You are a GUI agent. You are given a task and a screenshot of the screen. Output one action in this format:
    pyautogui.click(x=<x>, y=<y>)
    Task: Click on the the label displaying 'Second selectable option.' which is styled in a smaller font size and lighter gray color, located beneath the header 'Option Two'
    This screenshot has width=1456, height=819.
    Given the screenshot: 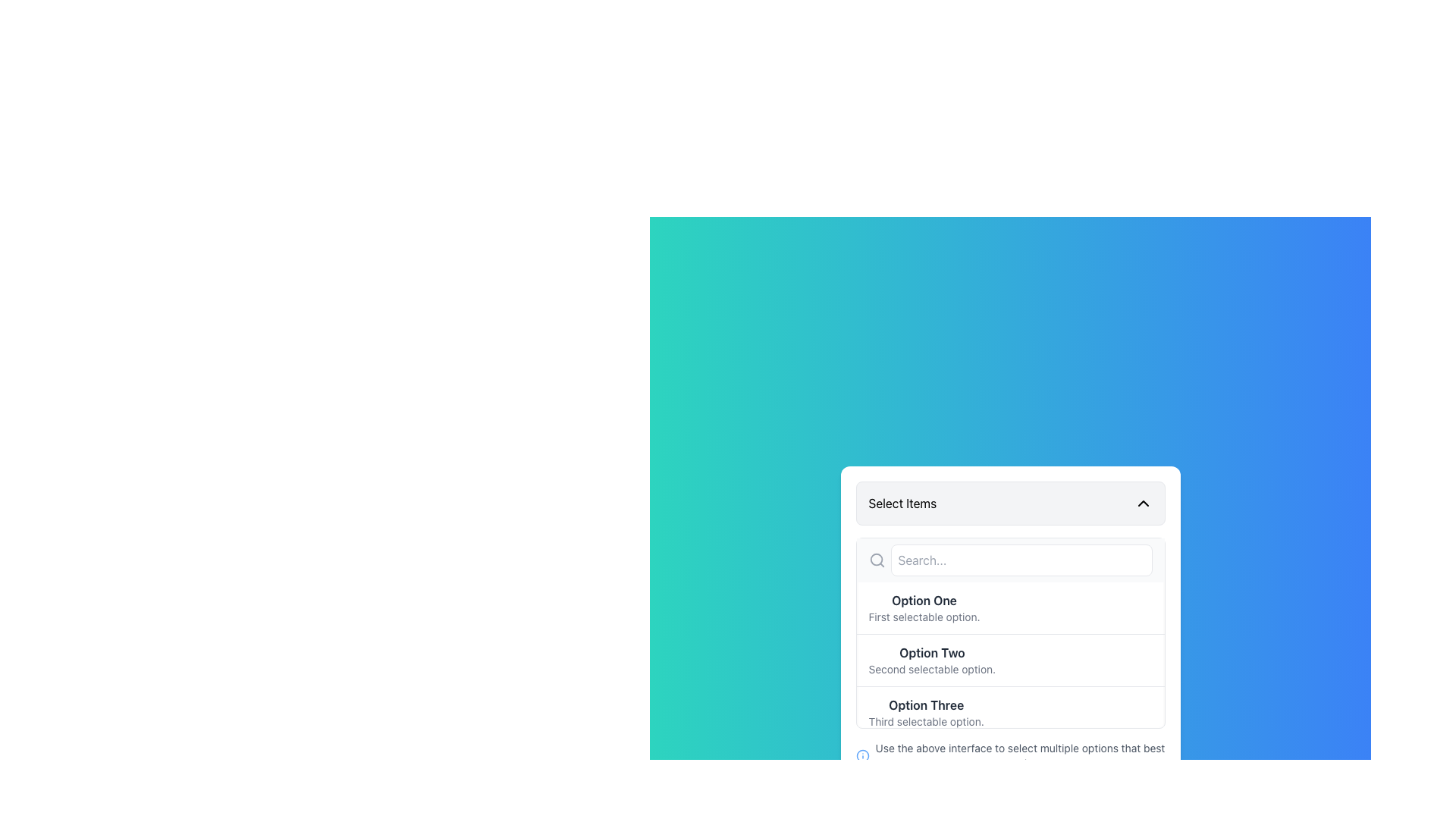 What is the action you would take?
    pyautogui.click(x=931, y=669)
    